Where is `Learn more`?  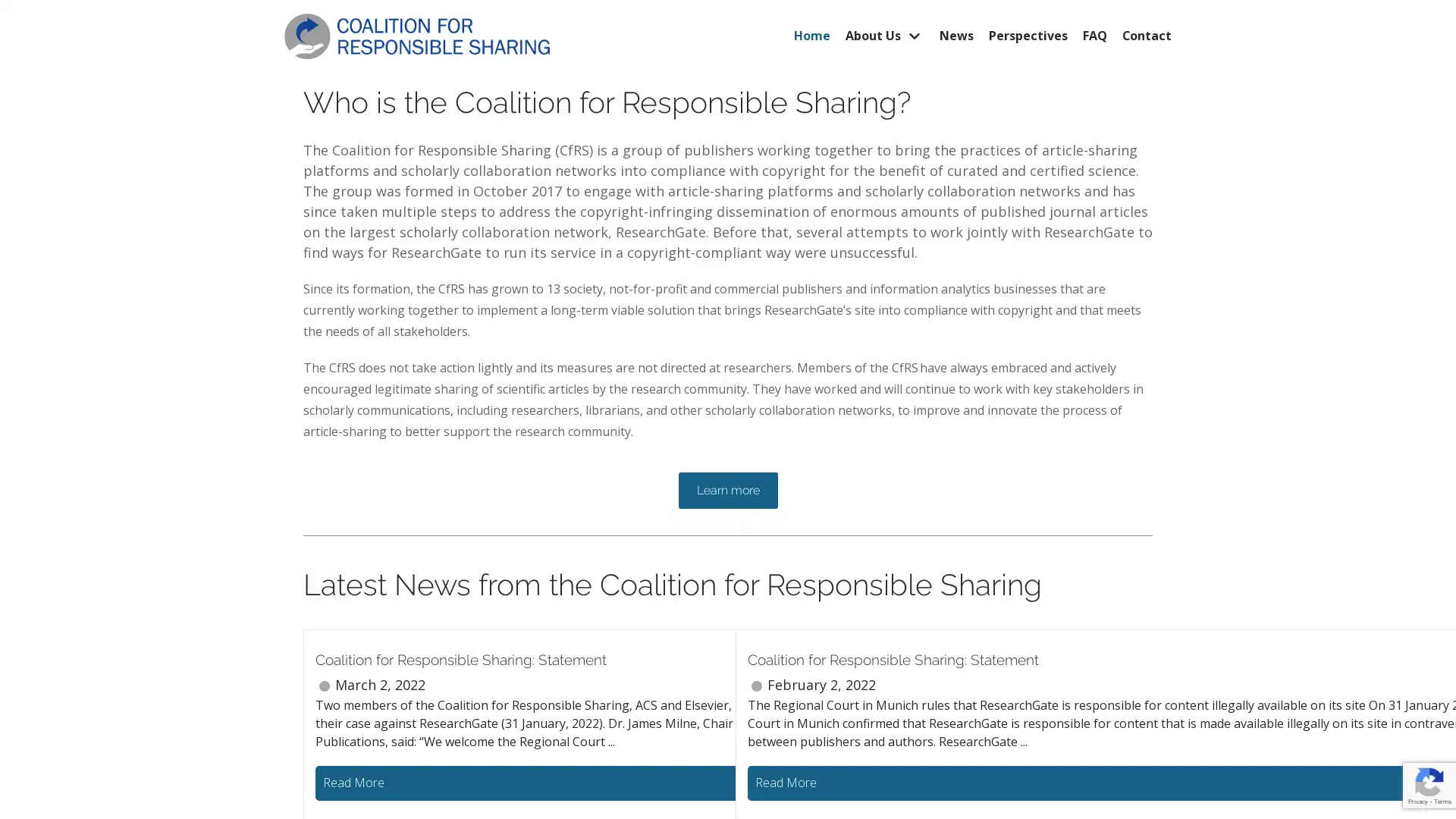
Learn more is located at coordinates (726, 489).